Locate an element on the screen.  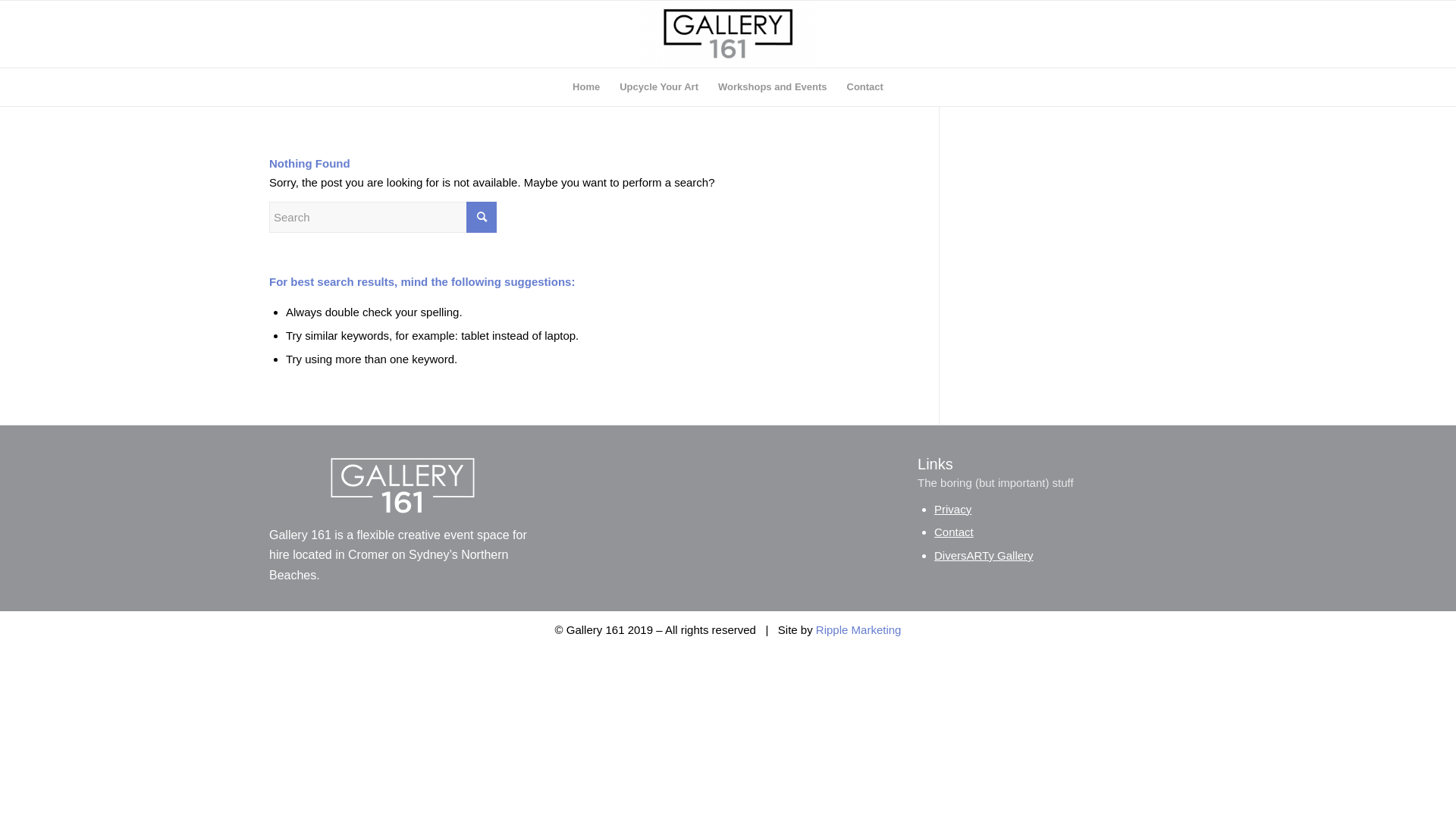
'Workshops and Events' is located at coordinates (708, 87).